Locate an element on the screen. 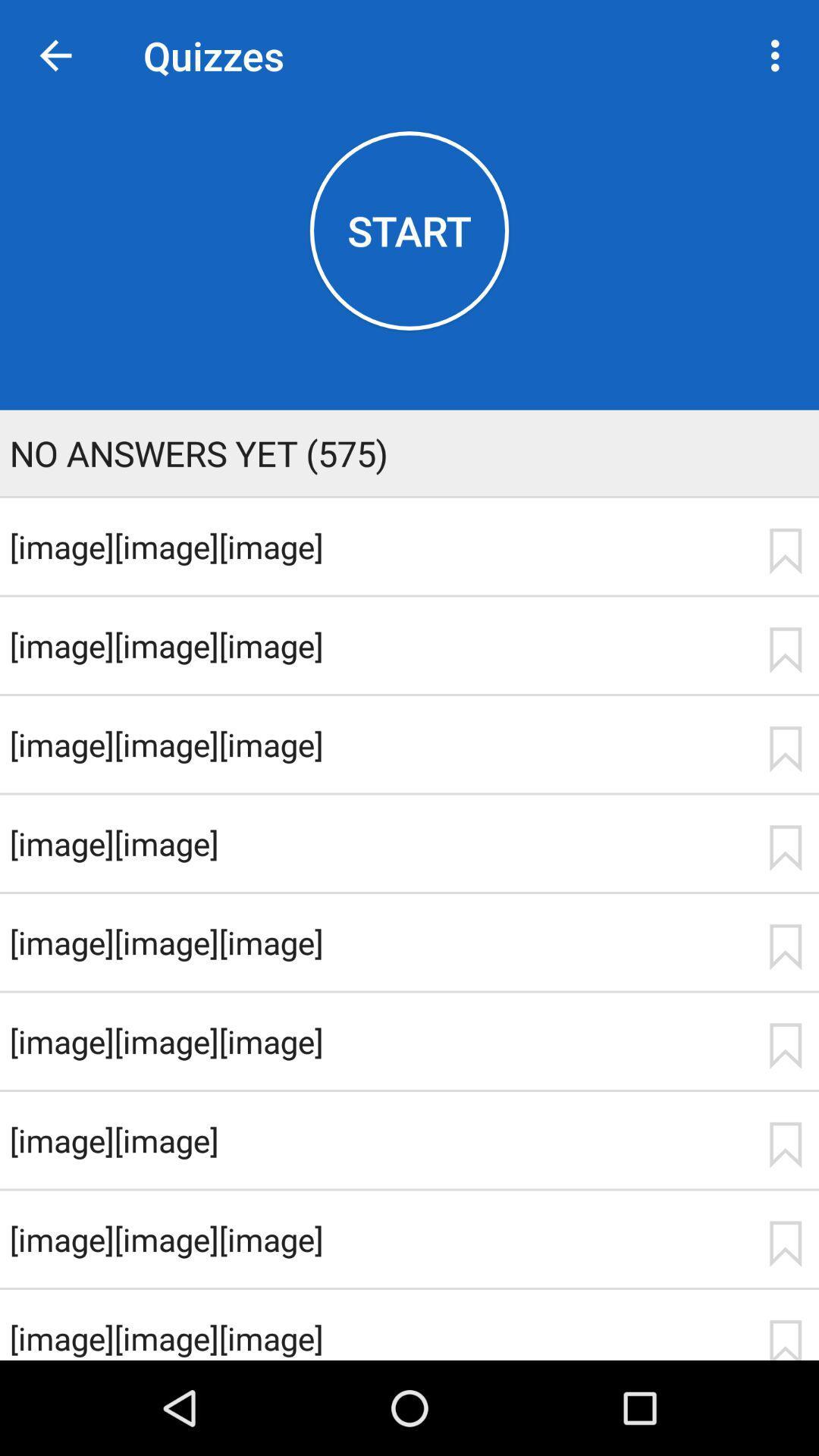 The width and height of the screenshot is (819, 1456). the item next to [image][image] item is located at coordinates (785, 1145).